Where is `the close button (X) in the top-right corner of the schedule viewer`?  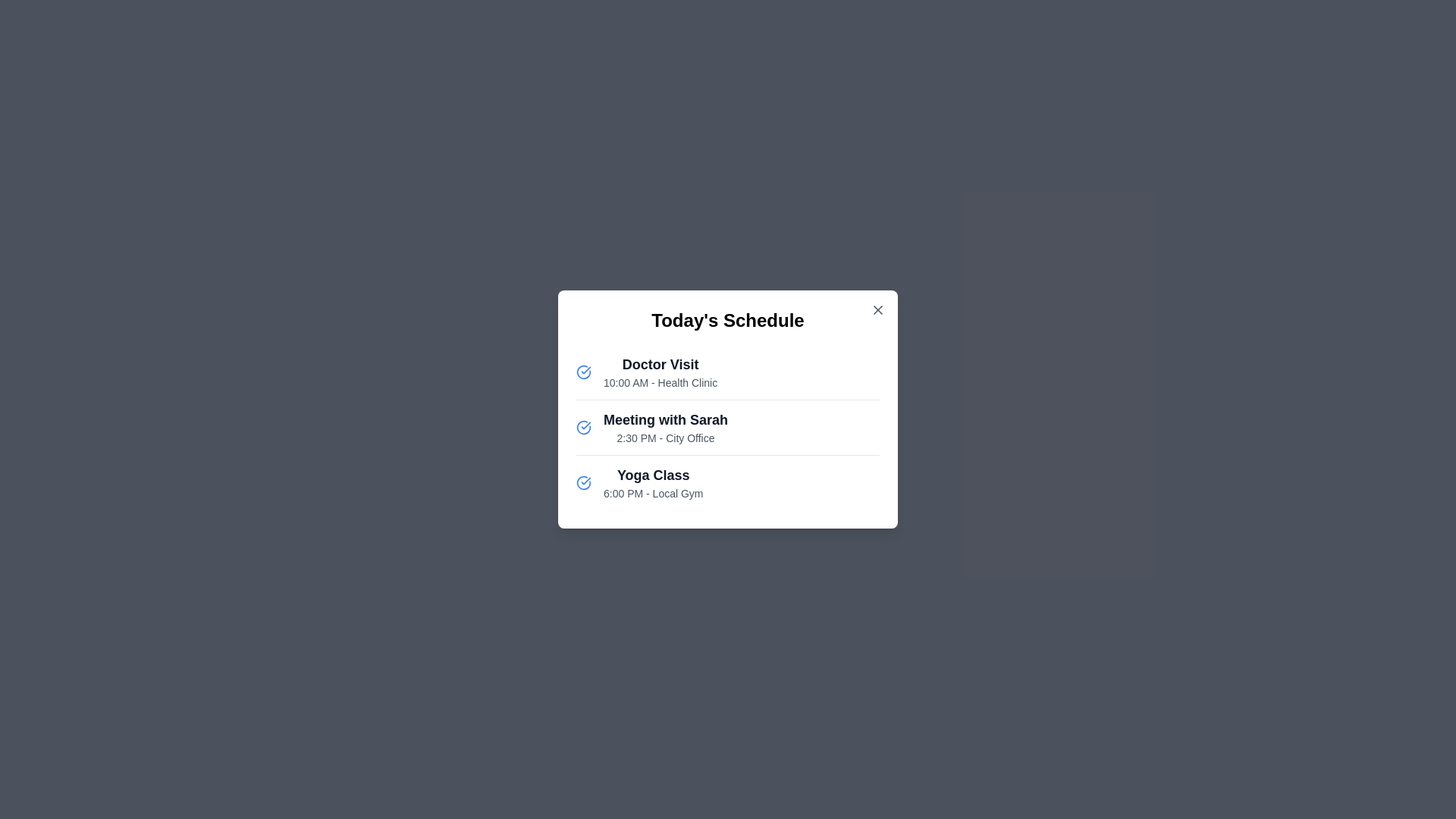
the close button (X) in the top-right corner of the schedule viewer is located at coordinates (877, 309).